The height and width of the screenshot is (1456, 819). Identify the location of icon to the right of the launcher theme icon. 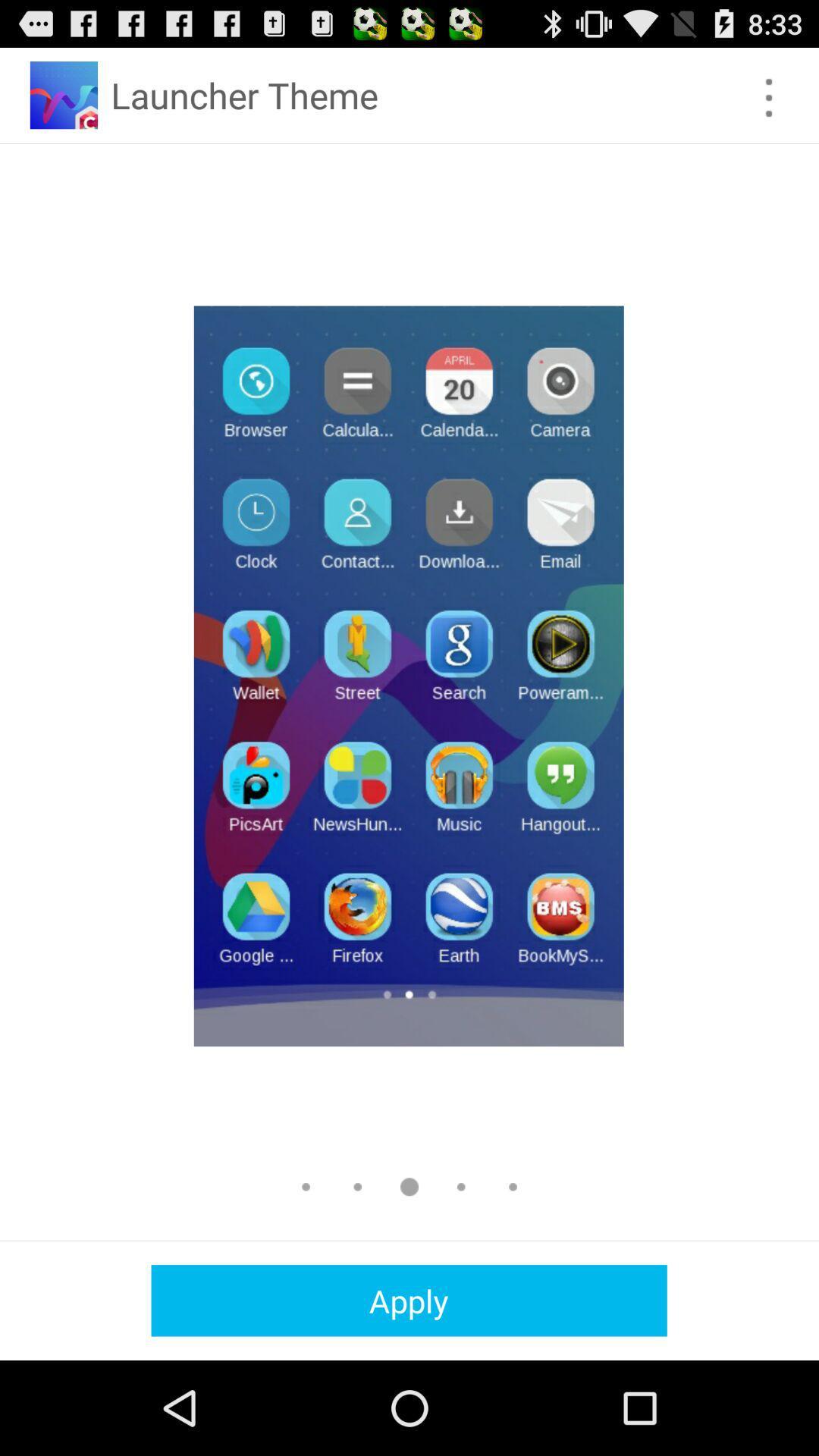
(769, 97).